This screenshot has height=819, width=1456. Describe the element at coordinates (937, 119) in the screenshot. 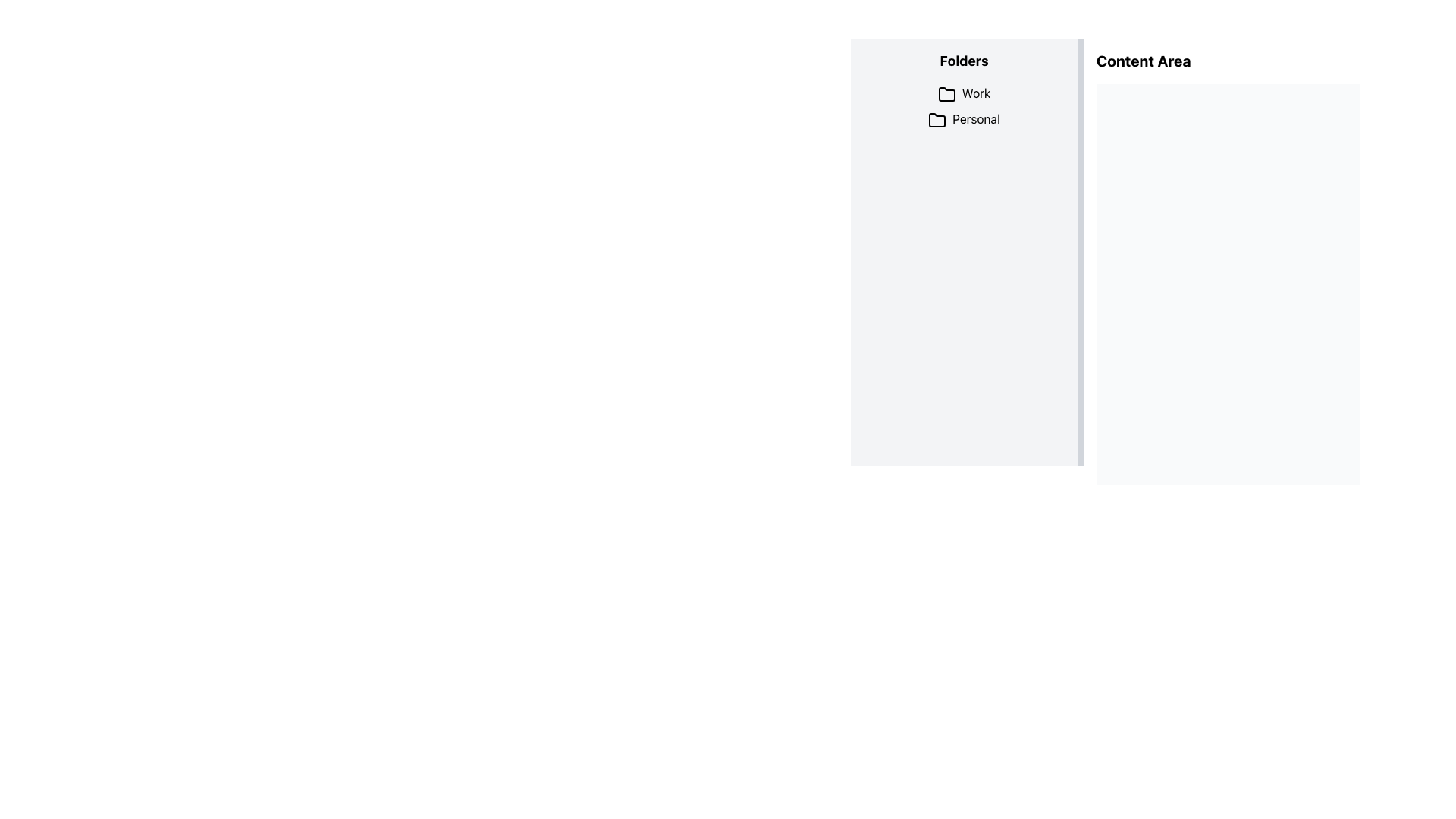

I see `the second folder icon, which is a black outline style with rounded corners, located next to the label 'Personal' under the 'Folders' heading` at that location.